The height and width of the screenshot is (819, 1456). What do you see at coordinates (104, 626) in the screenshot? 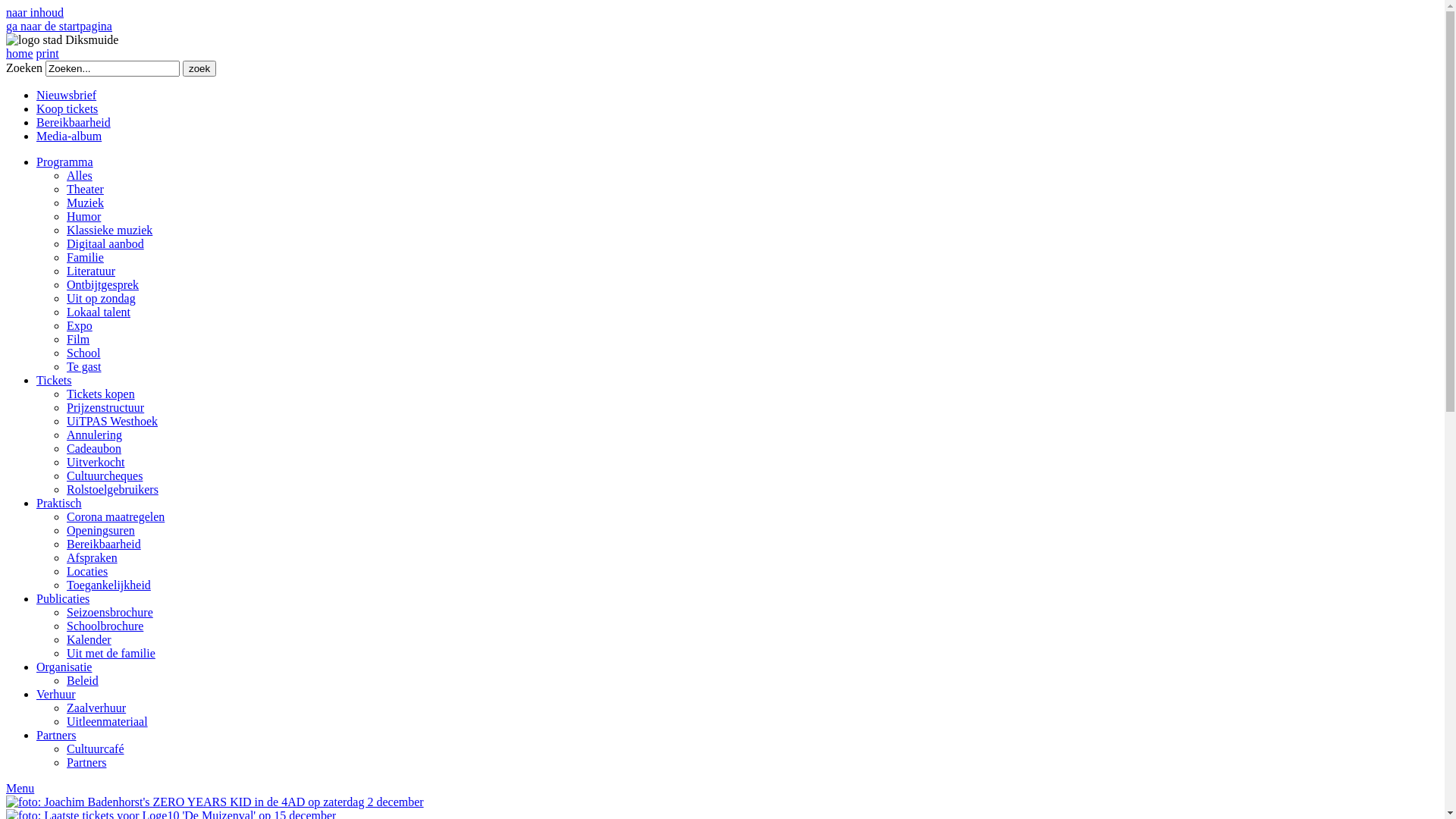
I see `'Schoolbrochure'` at bounding box center [104, 626].